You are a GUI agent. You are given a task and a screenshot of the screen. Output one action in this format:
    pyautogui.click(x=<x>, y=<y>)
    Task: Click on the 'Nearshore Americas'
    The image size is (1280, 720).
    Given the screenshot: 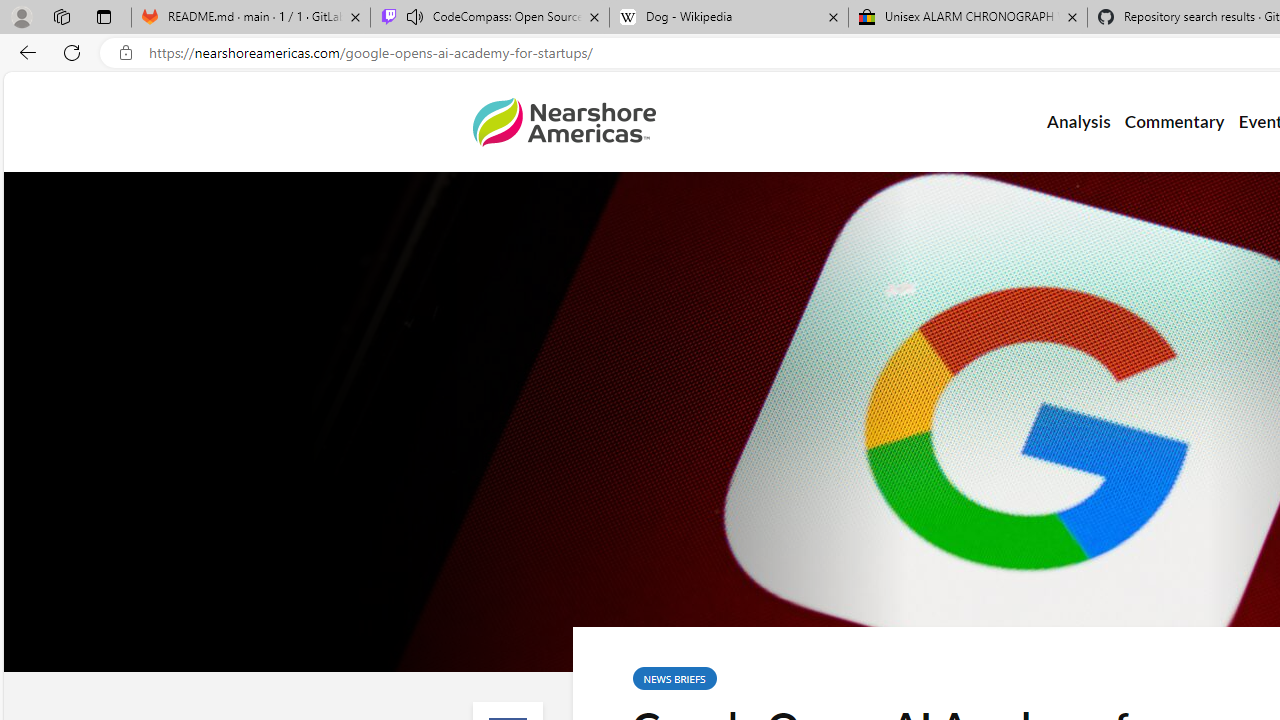 What is the action you would take?
    pyautogui.click(x=562, y=122)
    